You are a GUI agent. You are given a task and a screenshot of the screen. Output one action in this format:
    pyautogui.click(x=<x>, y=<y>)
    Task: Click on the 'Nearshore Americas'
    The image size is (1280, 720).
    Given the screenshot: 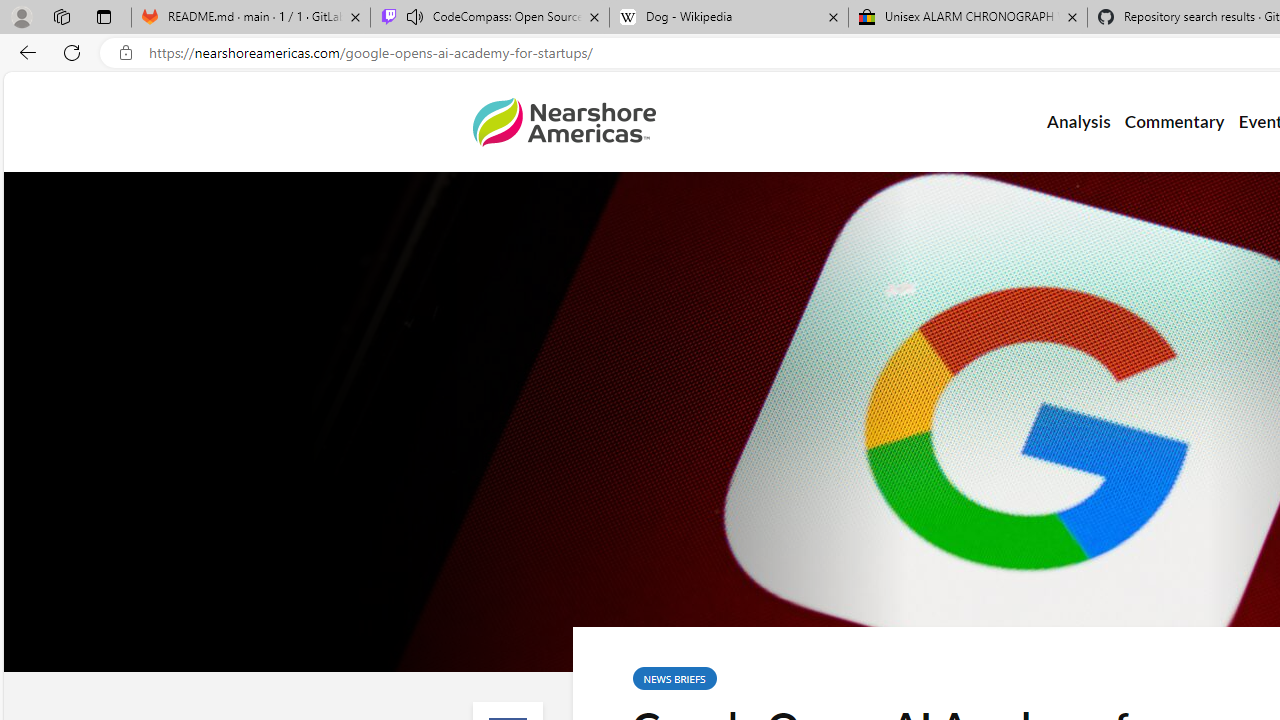 What is the action you would take?
    pyautogui.click(x=562, y=122)
    